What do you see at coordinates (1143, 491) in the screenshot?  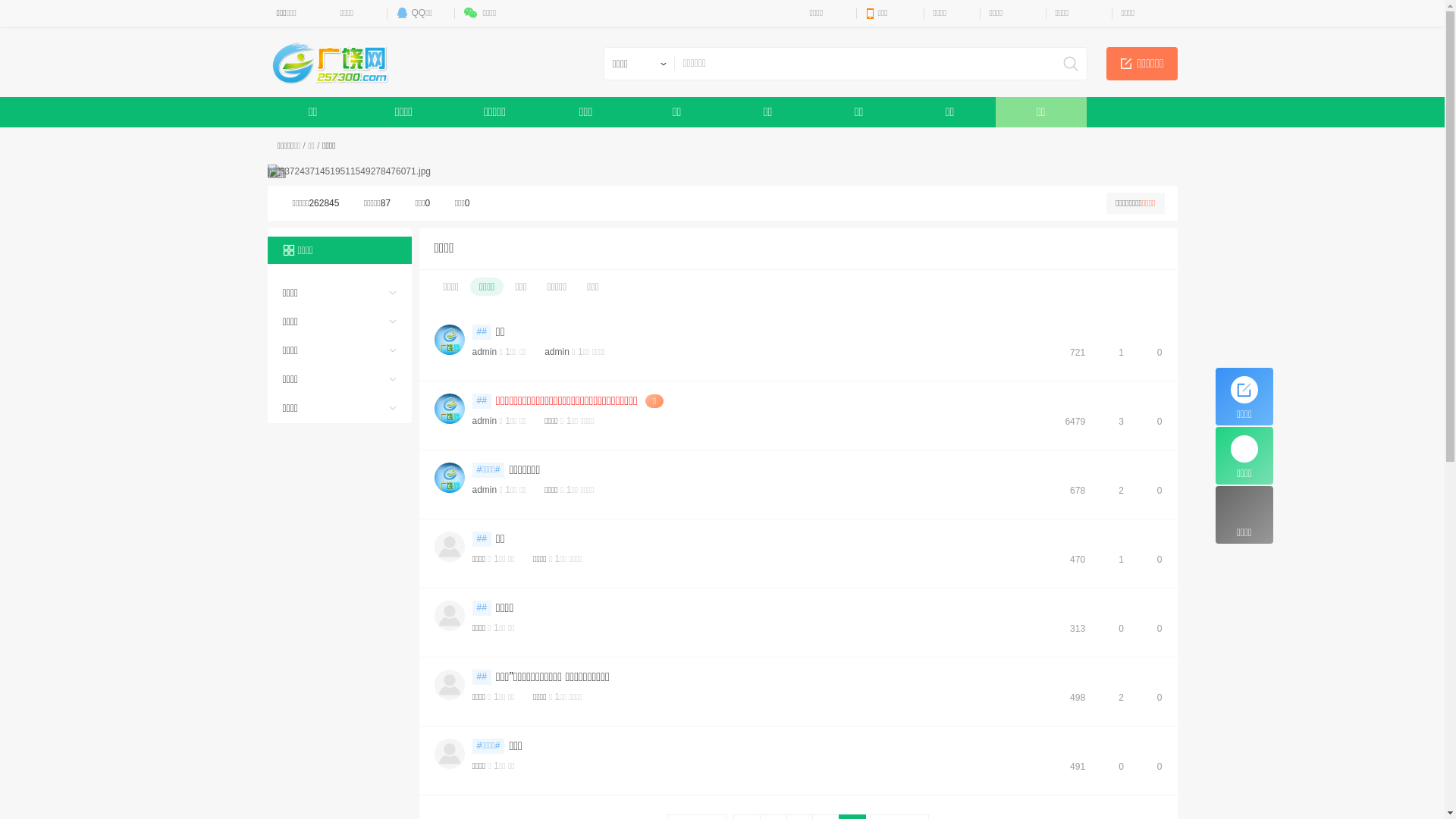 I see `'0'` at bounding box center [1143, 491].